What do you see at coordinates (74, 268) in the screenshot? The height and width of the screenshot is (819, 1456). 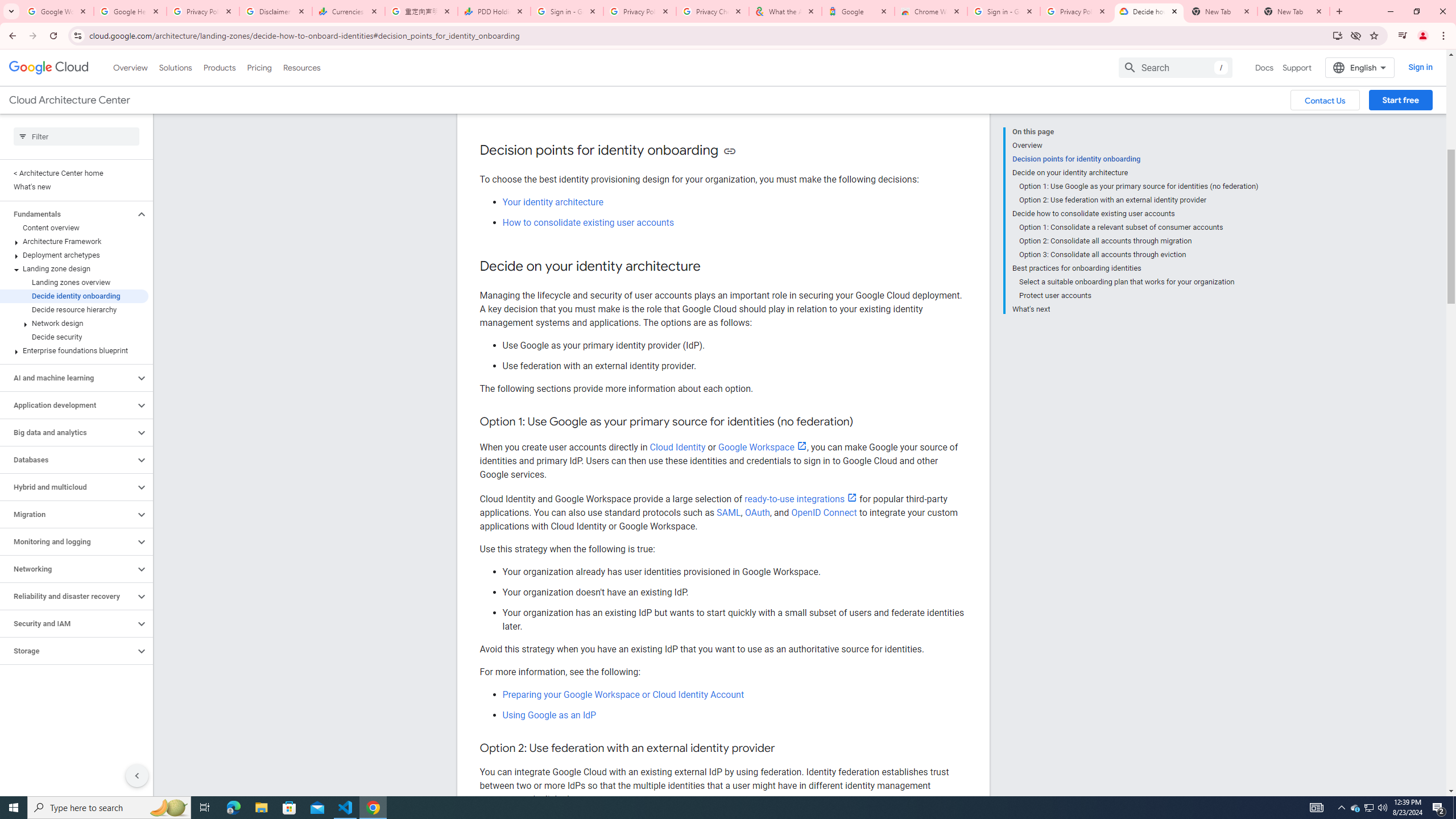 I see `'Landing zone design'` at bounding box center [74, 268].